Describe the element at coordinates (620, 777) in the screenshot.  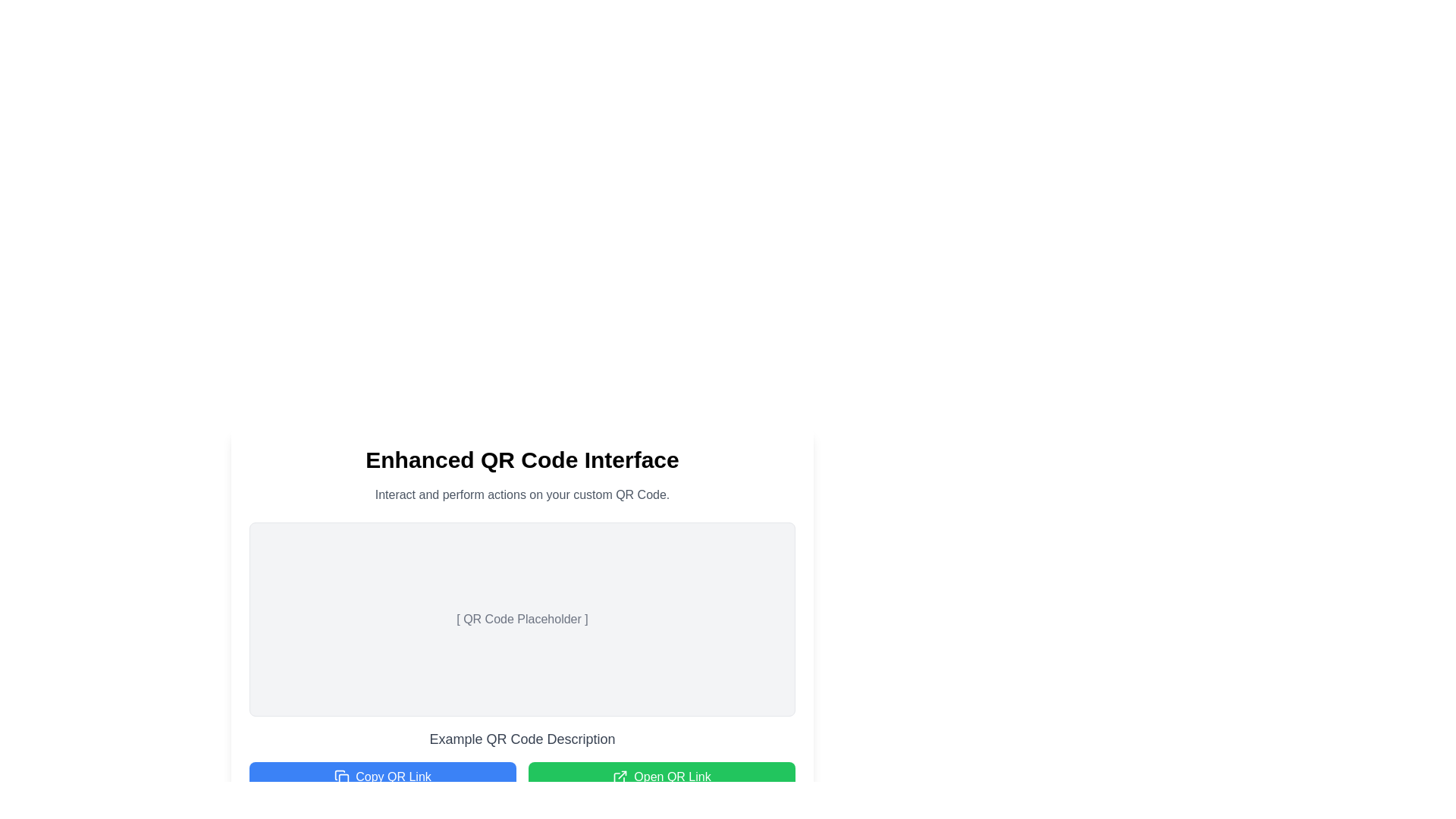
I see `the external link icon associated with the 'Open QR Link' button` at that location.